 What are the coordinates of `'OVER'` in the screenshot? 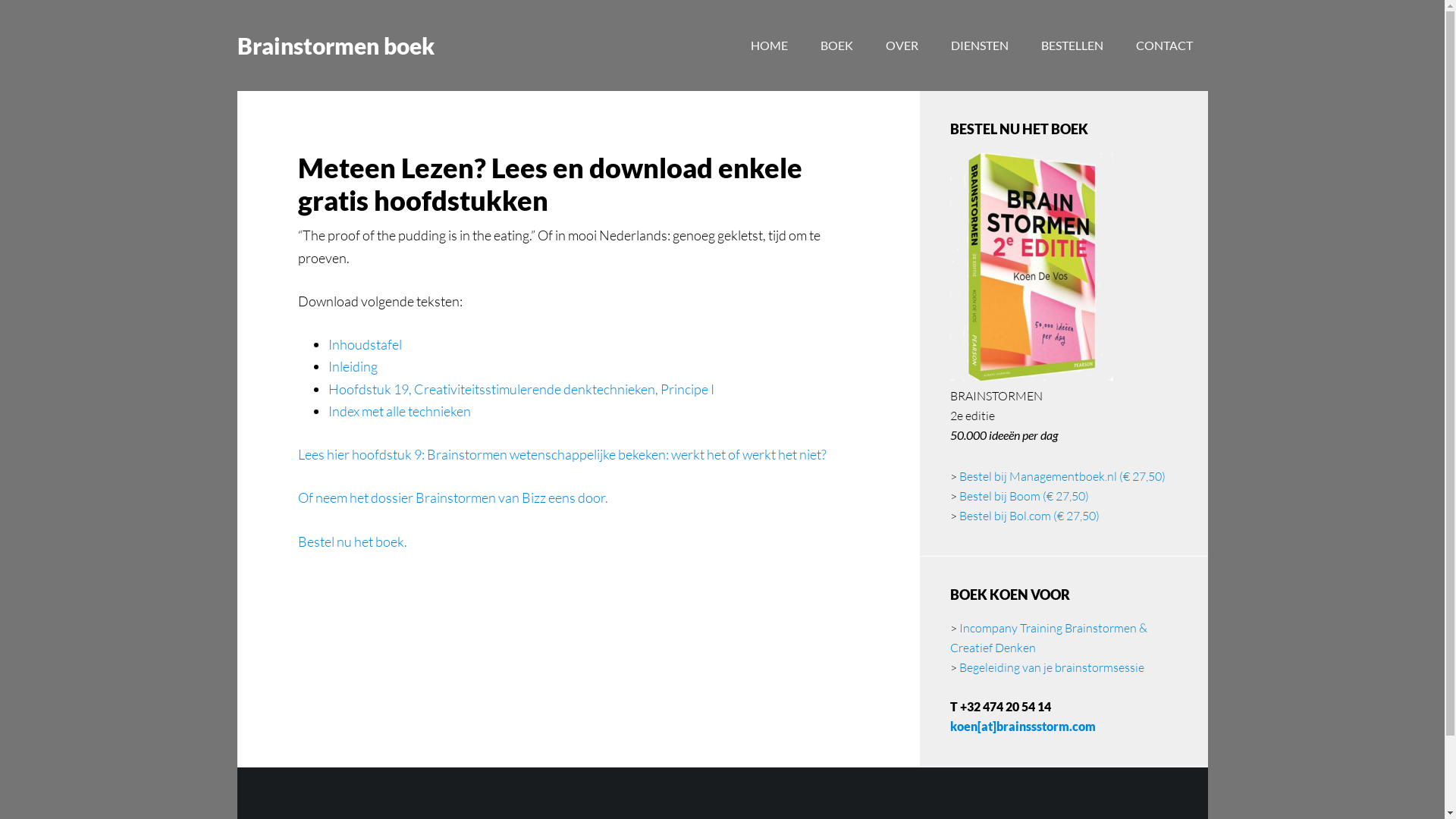 It's located at (902, 45).